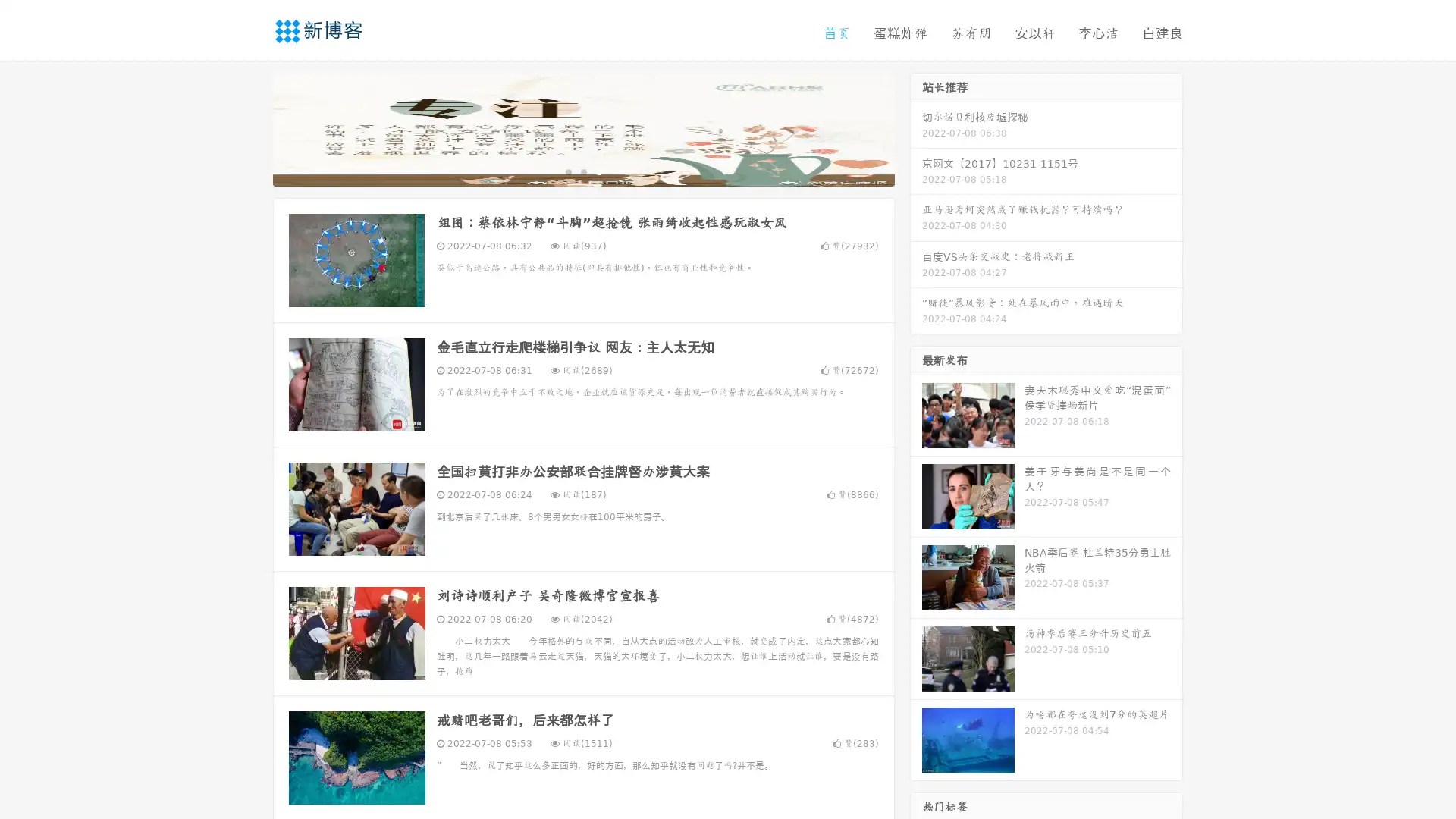 This screenshot has width=1456, height=819. I want to click on Previous slide, so click(250, 127).